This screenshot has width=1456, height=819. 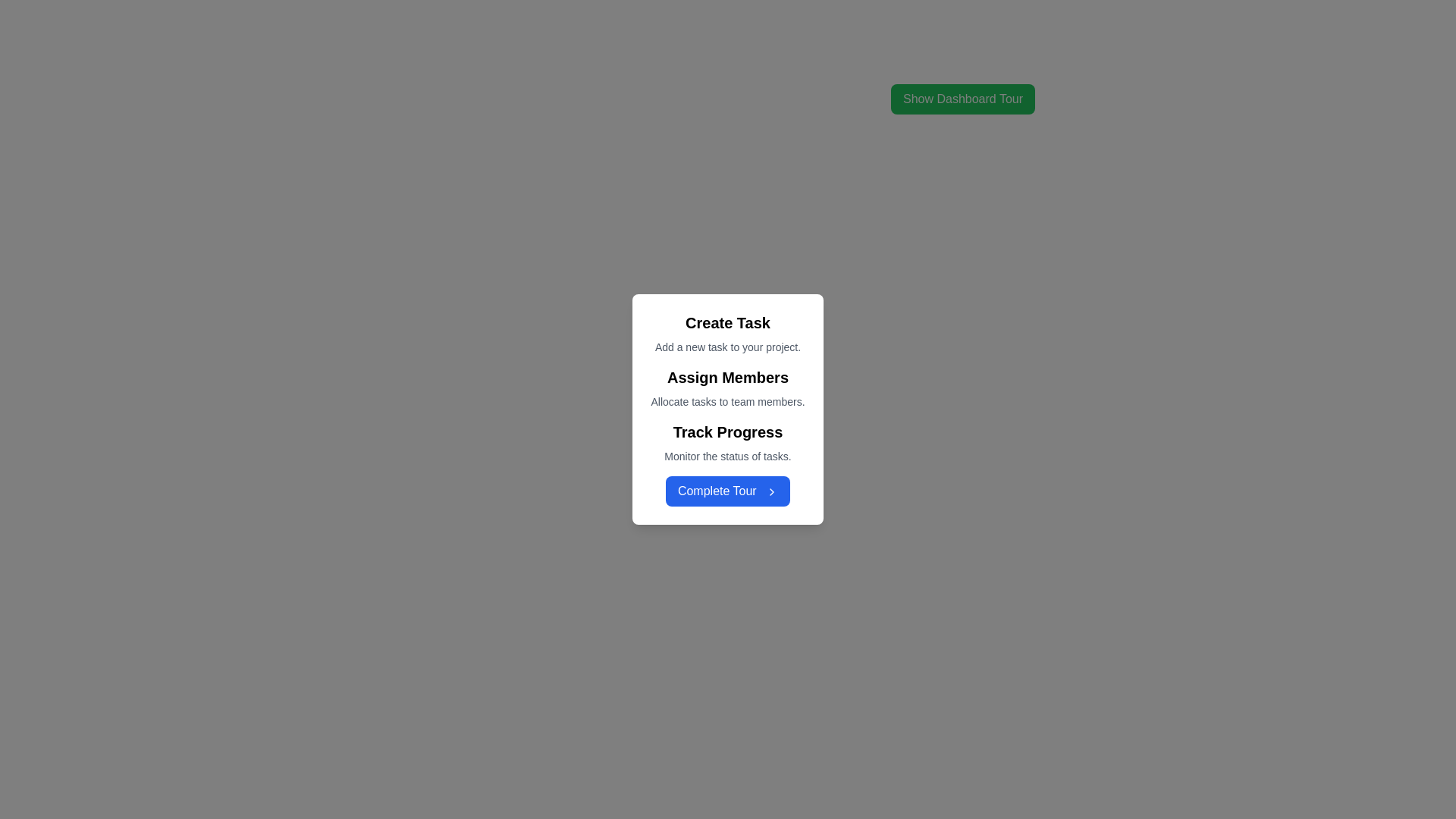 What do you see at coordinates (728, 388) in the screenshot?
I see `the Text Label that provides information about assigning members to tasks, located in the middle of a vertically stacked layout within a square white card, positioned between 'Create Task' and 'Track Progress'` at bounding box center [728, 388].